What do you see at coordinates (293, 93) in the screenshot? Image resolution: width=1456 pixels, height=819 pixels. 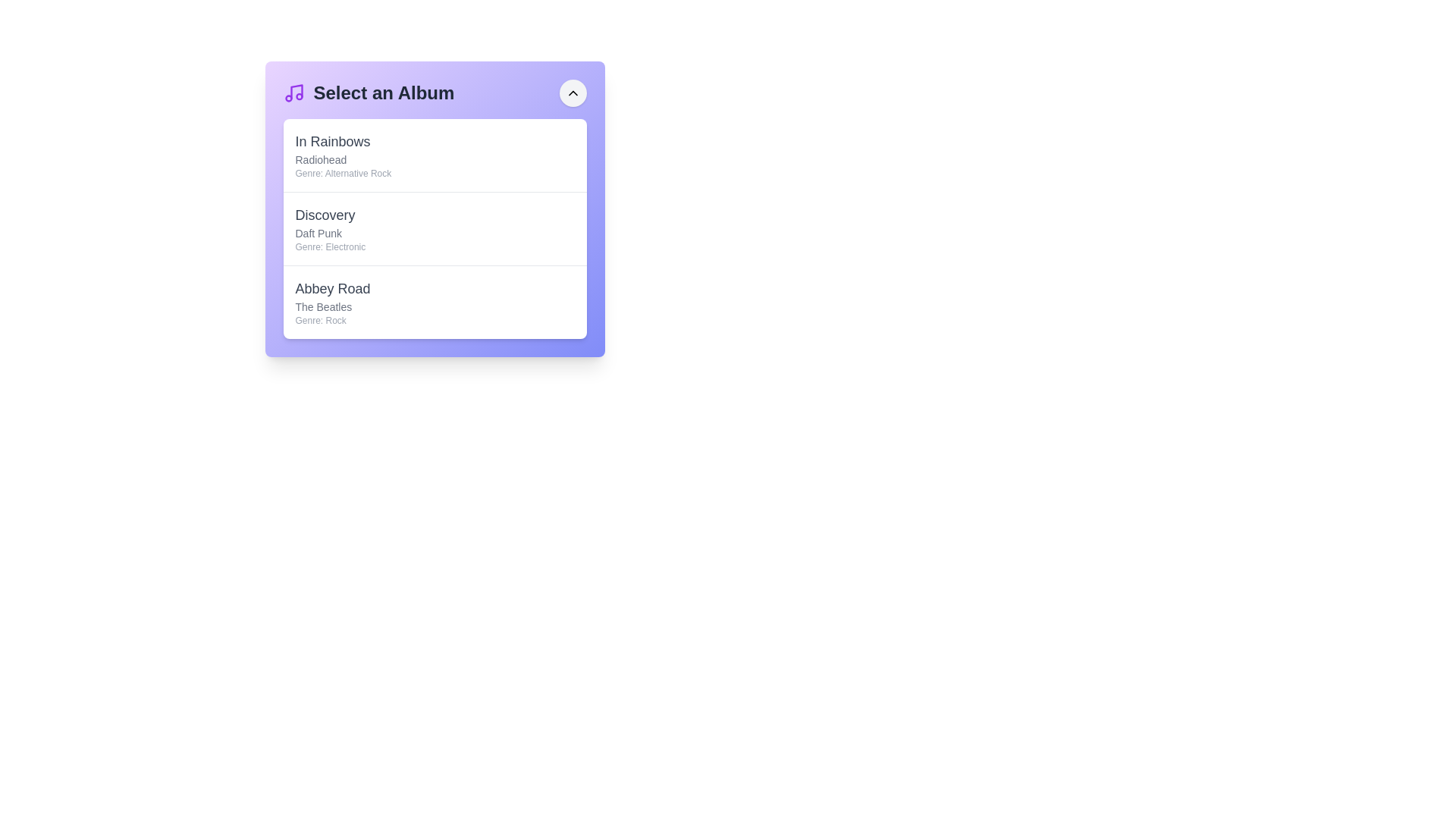 I see `the purple musical notes icon located to the left of the 'Select an Album' text in the header section` at bounding box center [293, 93].